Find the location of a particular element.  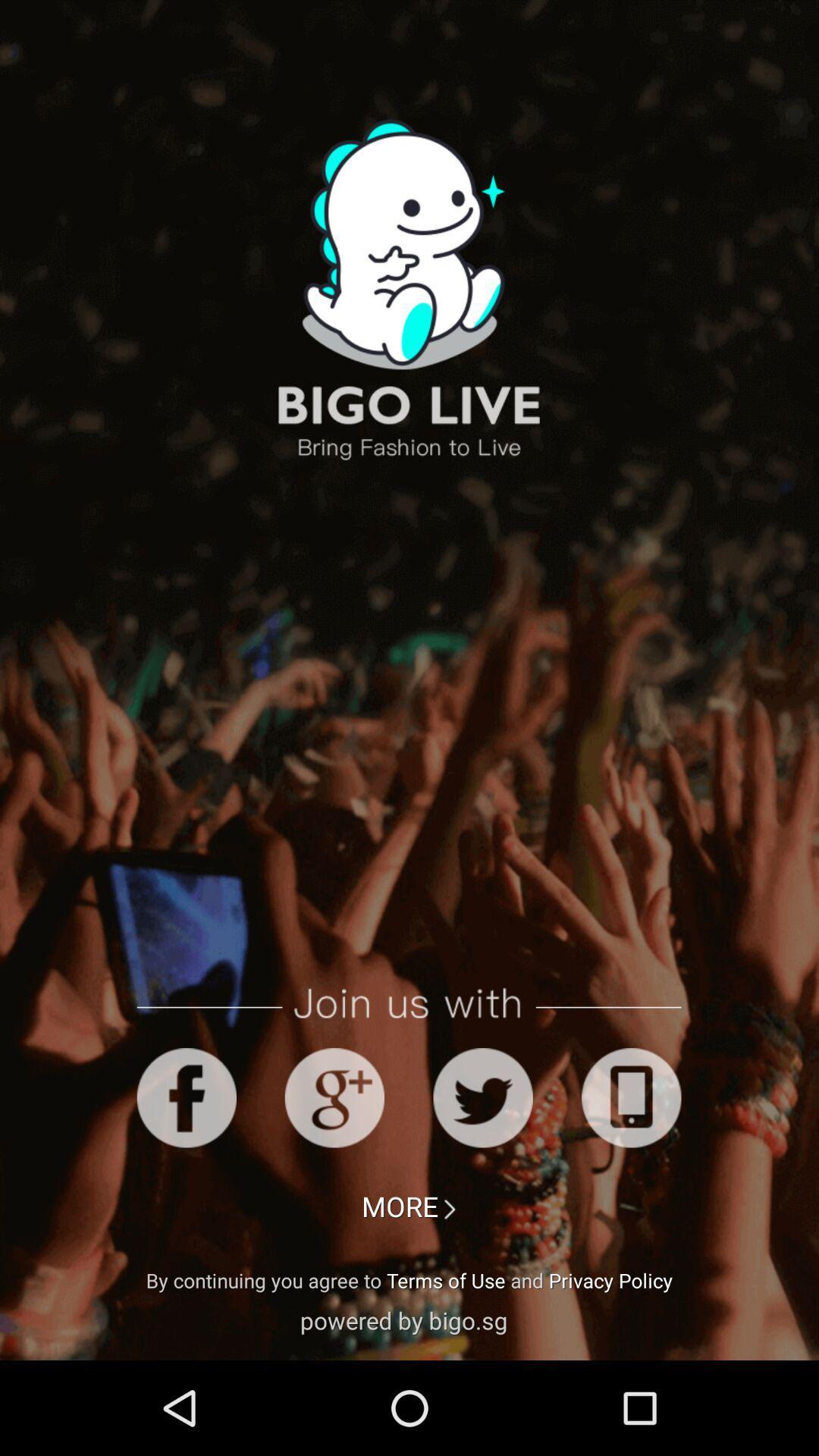

sign on using google login is located at coordinates (334, 1097).